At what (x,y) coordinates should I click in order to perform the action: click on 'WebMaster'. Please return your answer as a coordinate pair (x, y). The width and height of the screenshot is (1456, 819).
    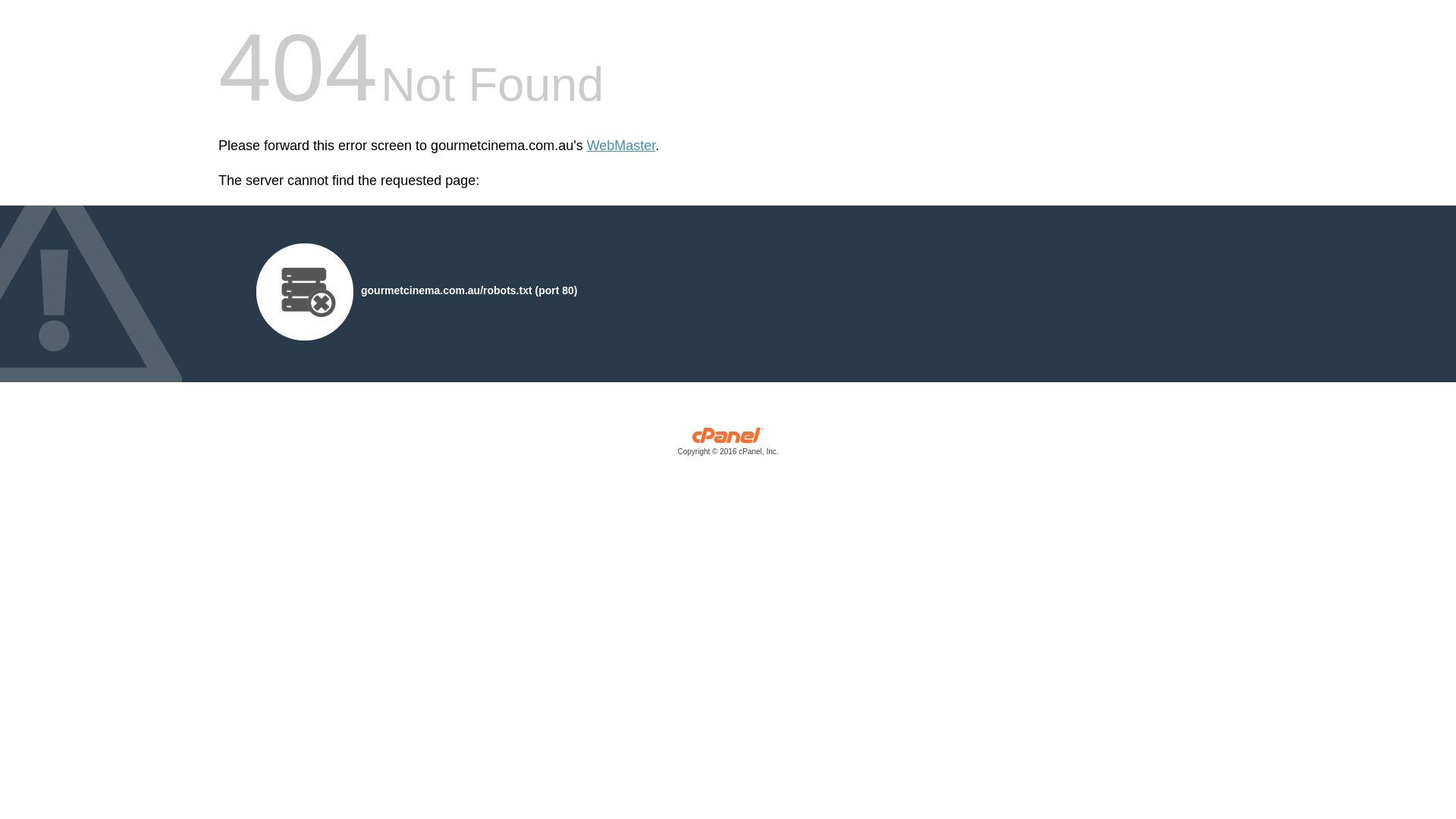
    Looking at the image, I should click on (621, 146).